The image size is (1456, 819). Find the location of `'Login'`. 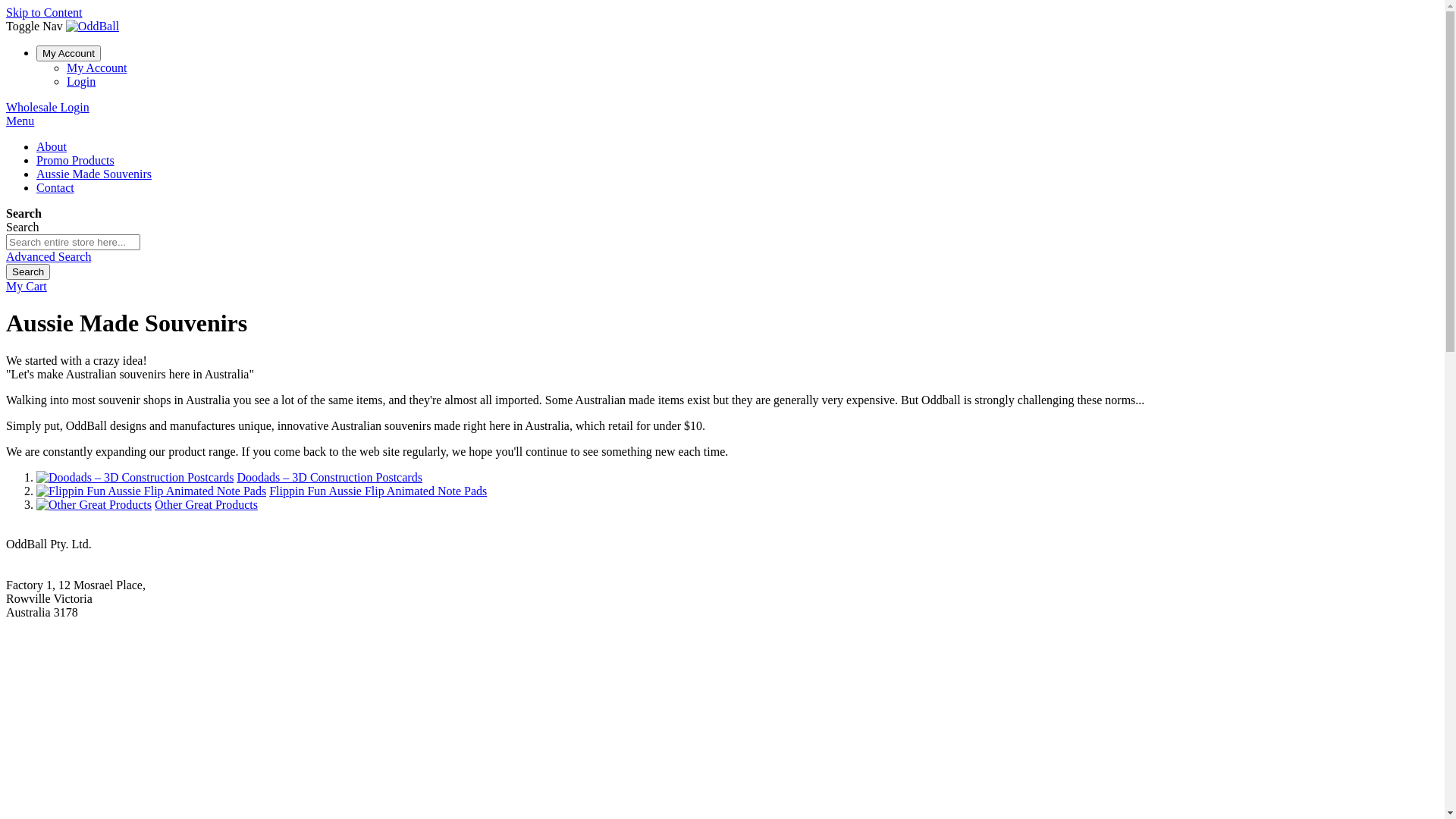

'Login' is located at coordinates (80, 81).